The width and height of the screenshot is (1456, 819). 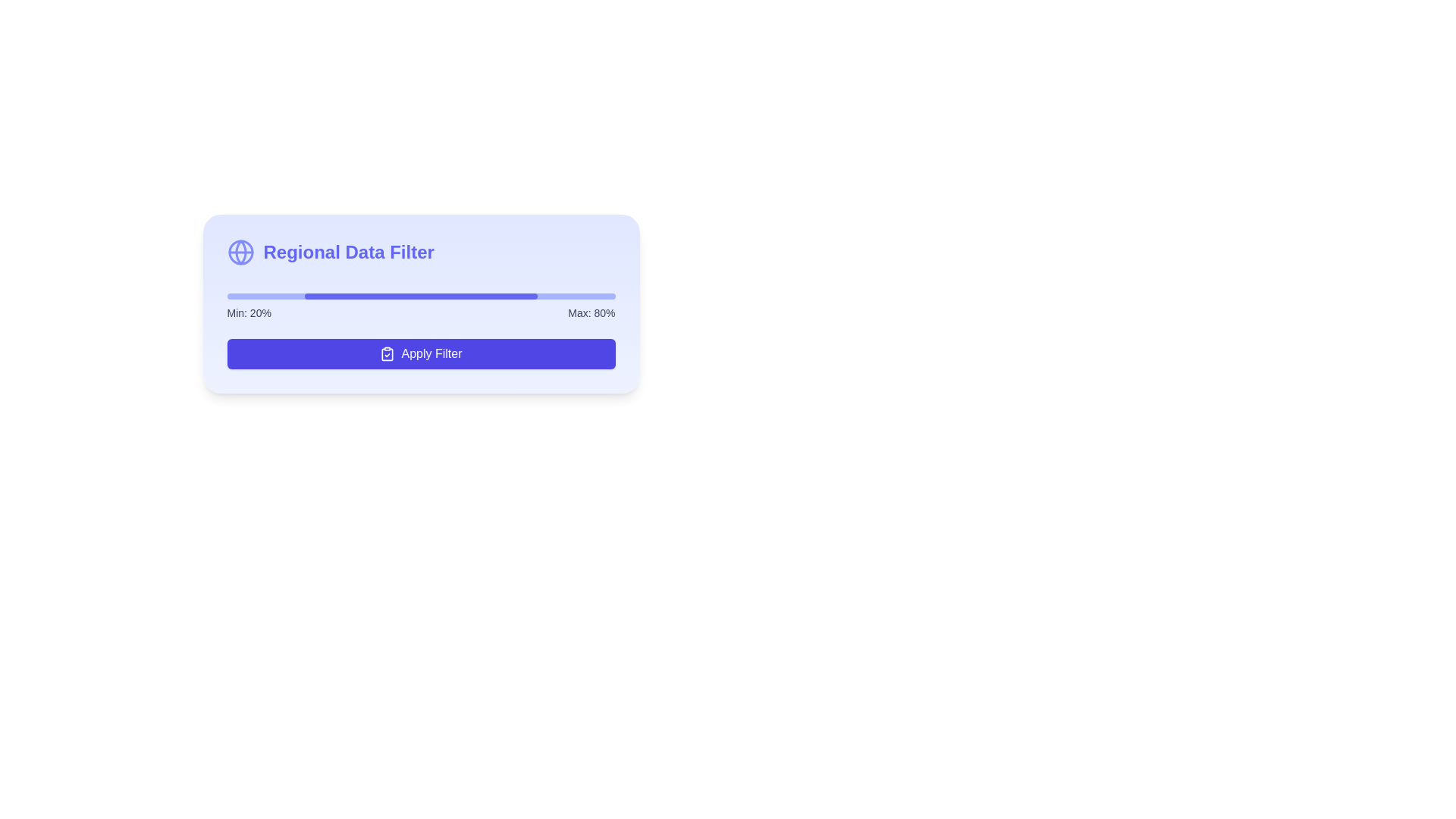 What do you see at coordinates (397, 293) in the screenshot?
I see `the slider` at bounding box center [397, 293].